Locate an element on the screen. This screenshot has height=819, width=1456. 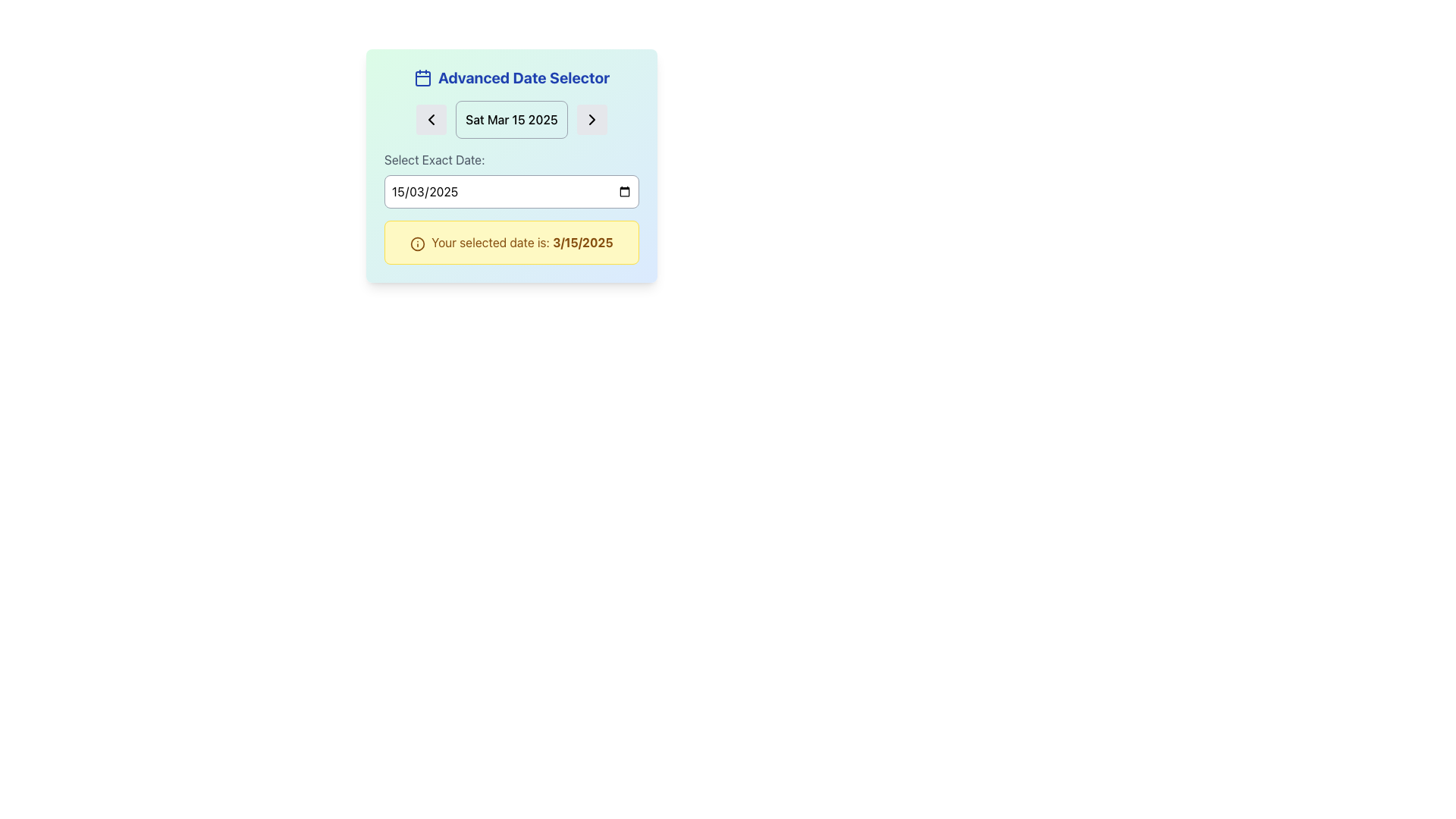
the left-pointing arrow icon located to the left of the current date label in the 'Advanced Date Selector' panel is located at coordinates (431, 119).